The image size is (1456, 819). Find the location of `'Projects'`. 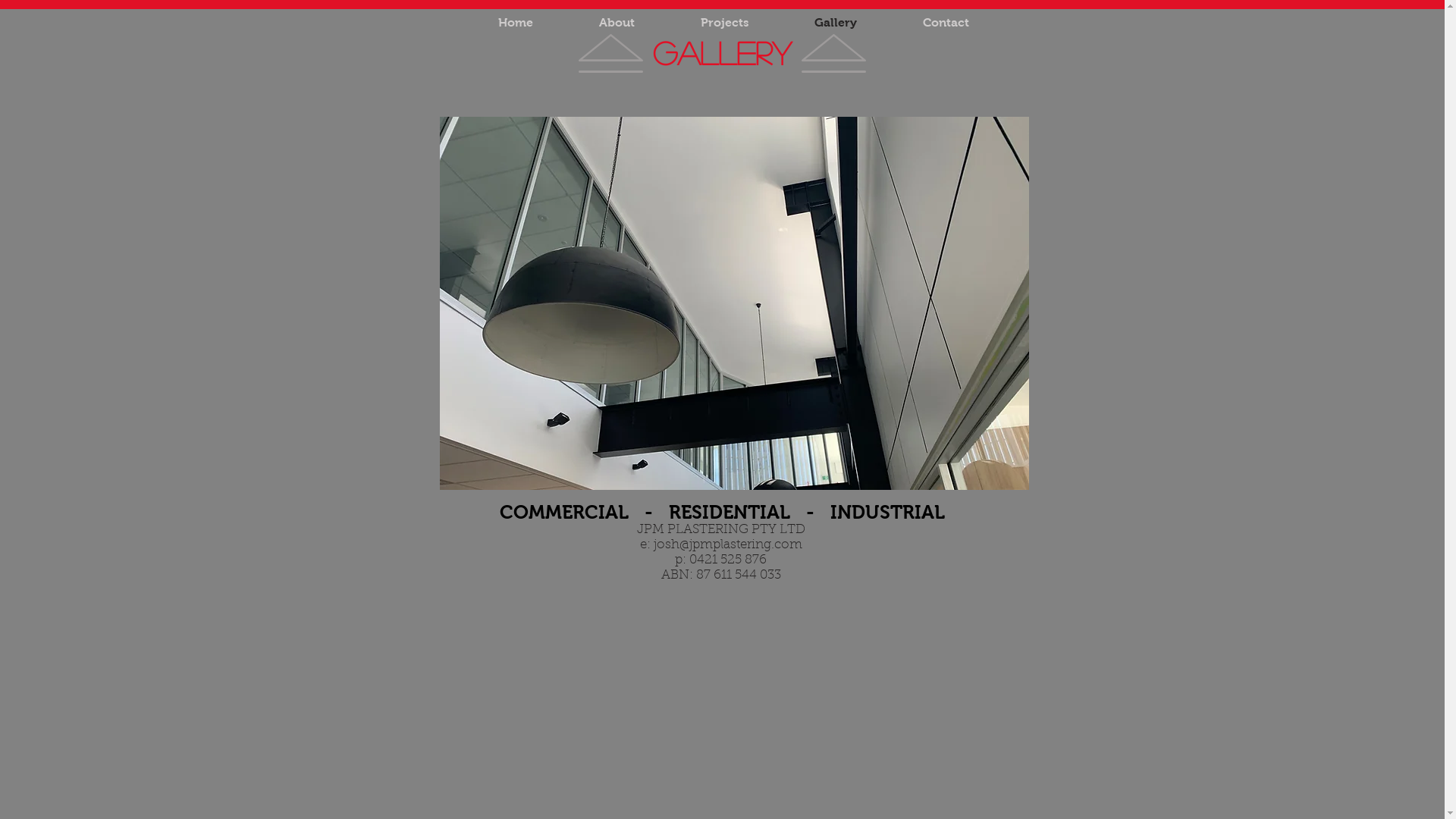

'Projects' is located at coordinates (723, 23).